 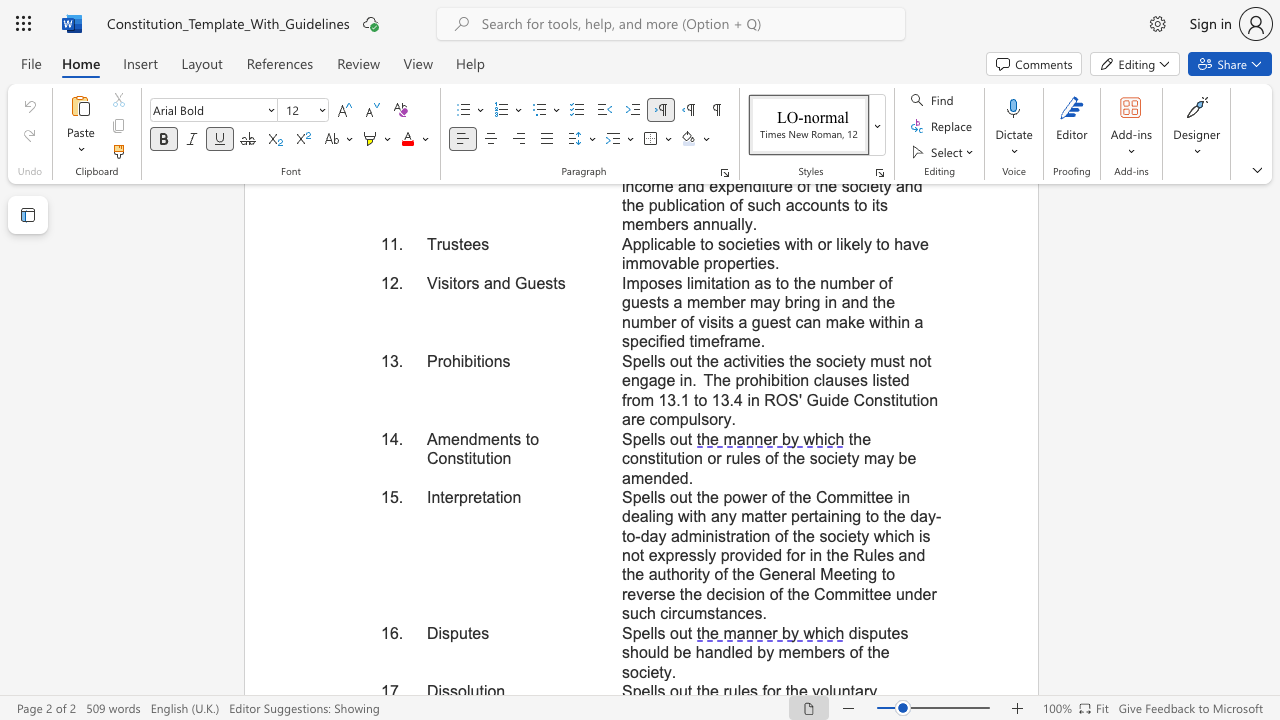 What do you see at coordinates (653, 633) in the screenshot?
I see `the subset text "ls ou" within the text "Spells out"` at bounding box center [653, 633].